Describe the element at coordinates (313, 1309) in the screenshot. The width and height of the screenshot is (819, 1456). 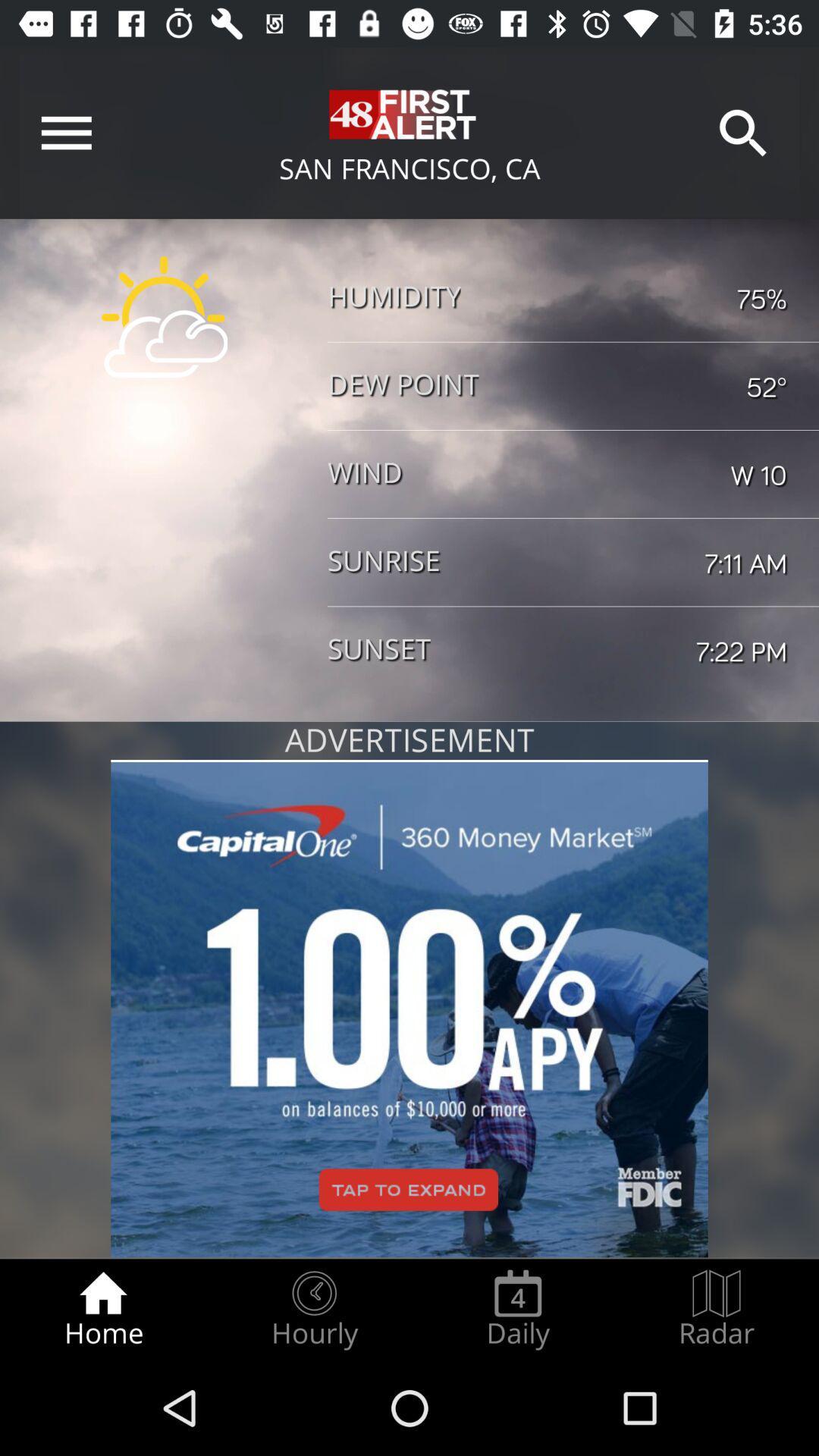
I see `icon to the right of the home icon` at that location.